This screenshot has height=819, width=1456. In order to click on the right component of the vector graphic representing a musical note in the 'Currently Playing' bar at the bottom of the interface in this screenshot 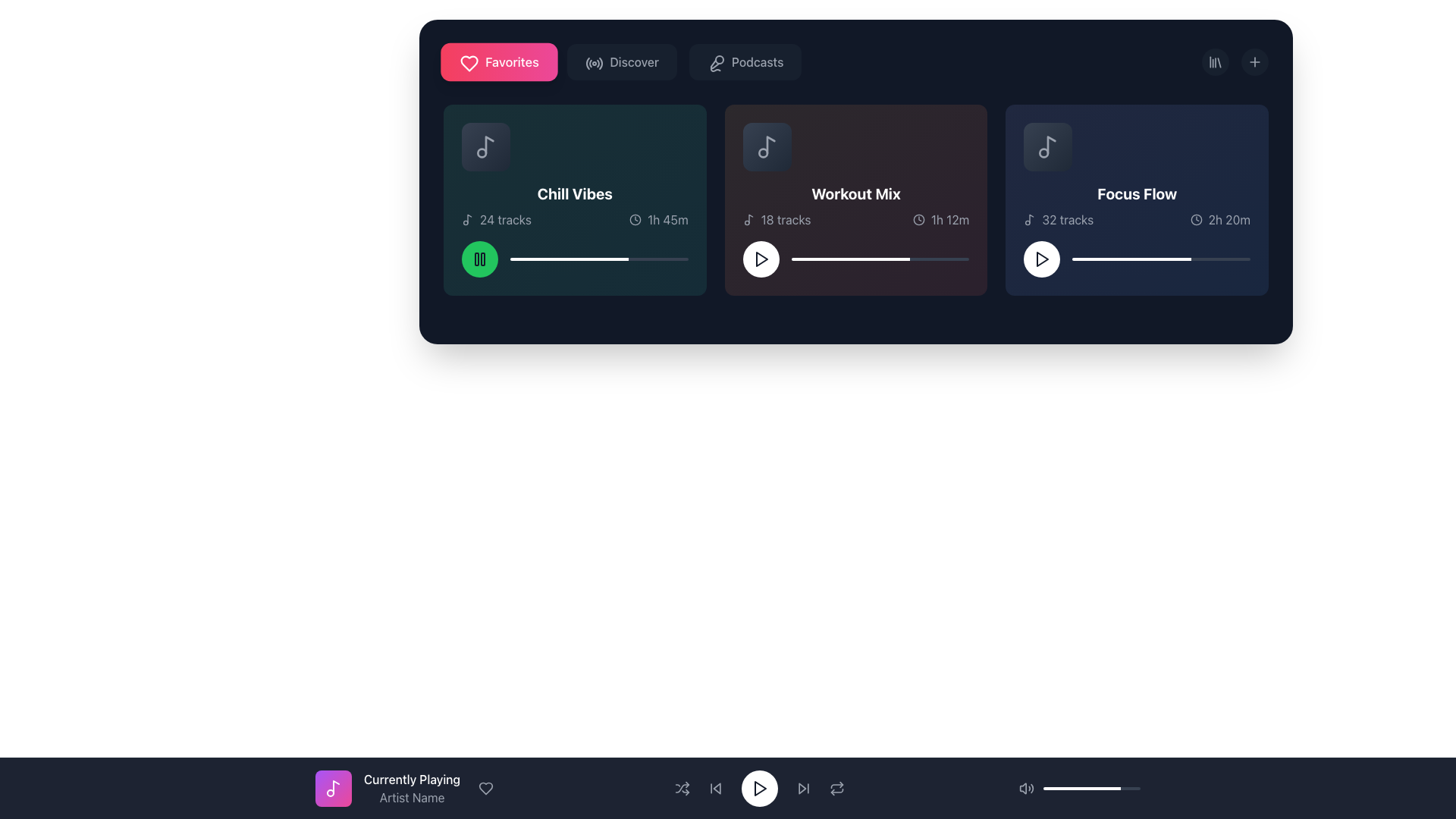, I will do `click(335, 786)`.